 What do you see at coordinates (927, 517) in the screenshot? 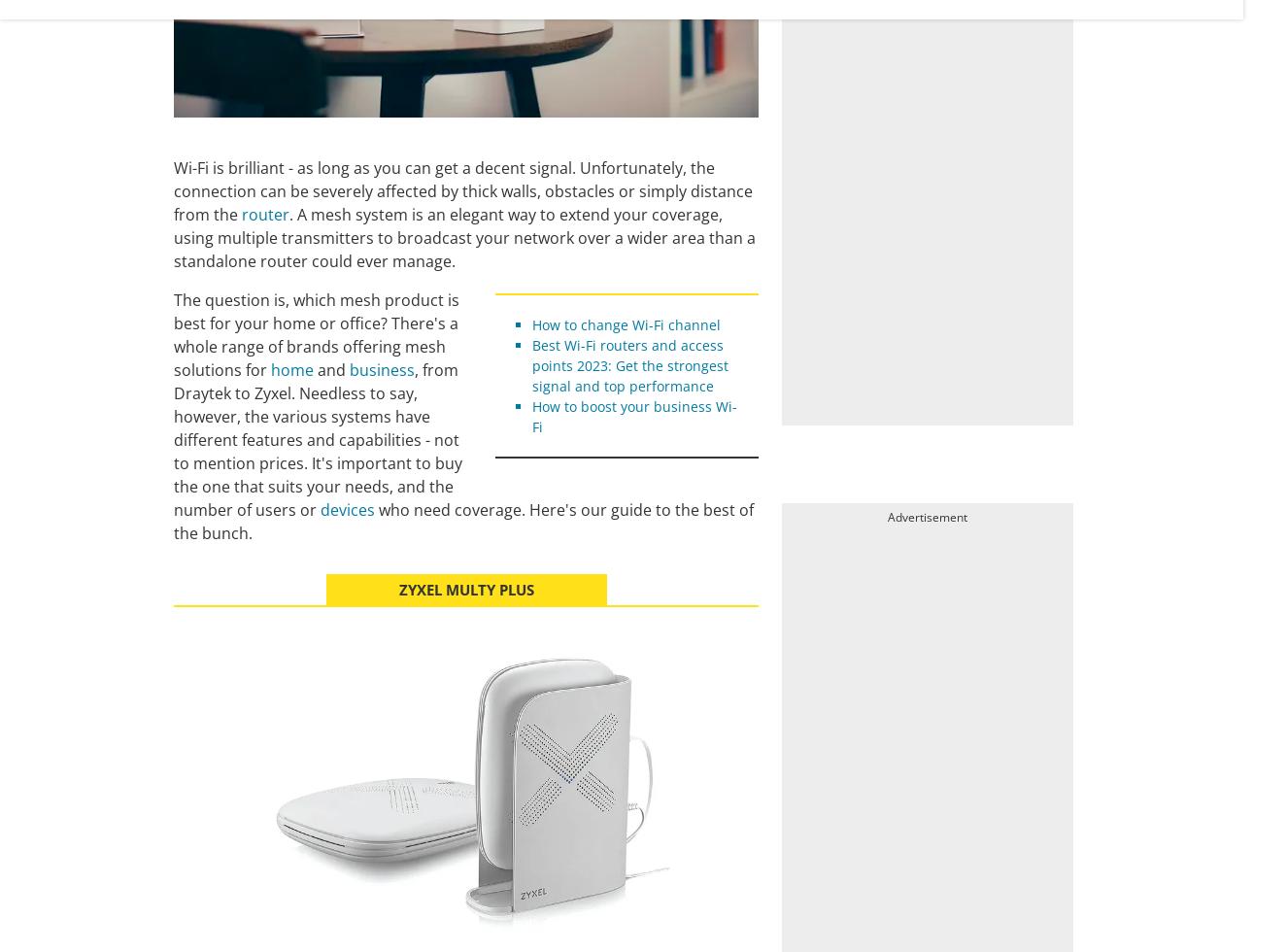
I see `'Advertisement'` at bounding box center [927, 517].